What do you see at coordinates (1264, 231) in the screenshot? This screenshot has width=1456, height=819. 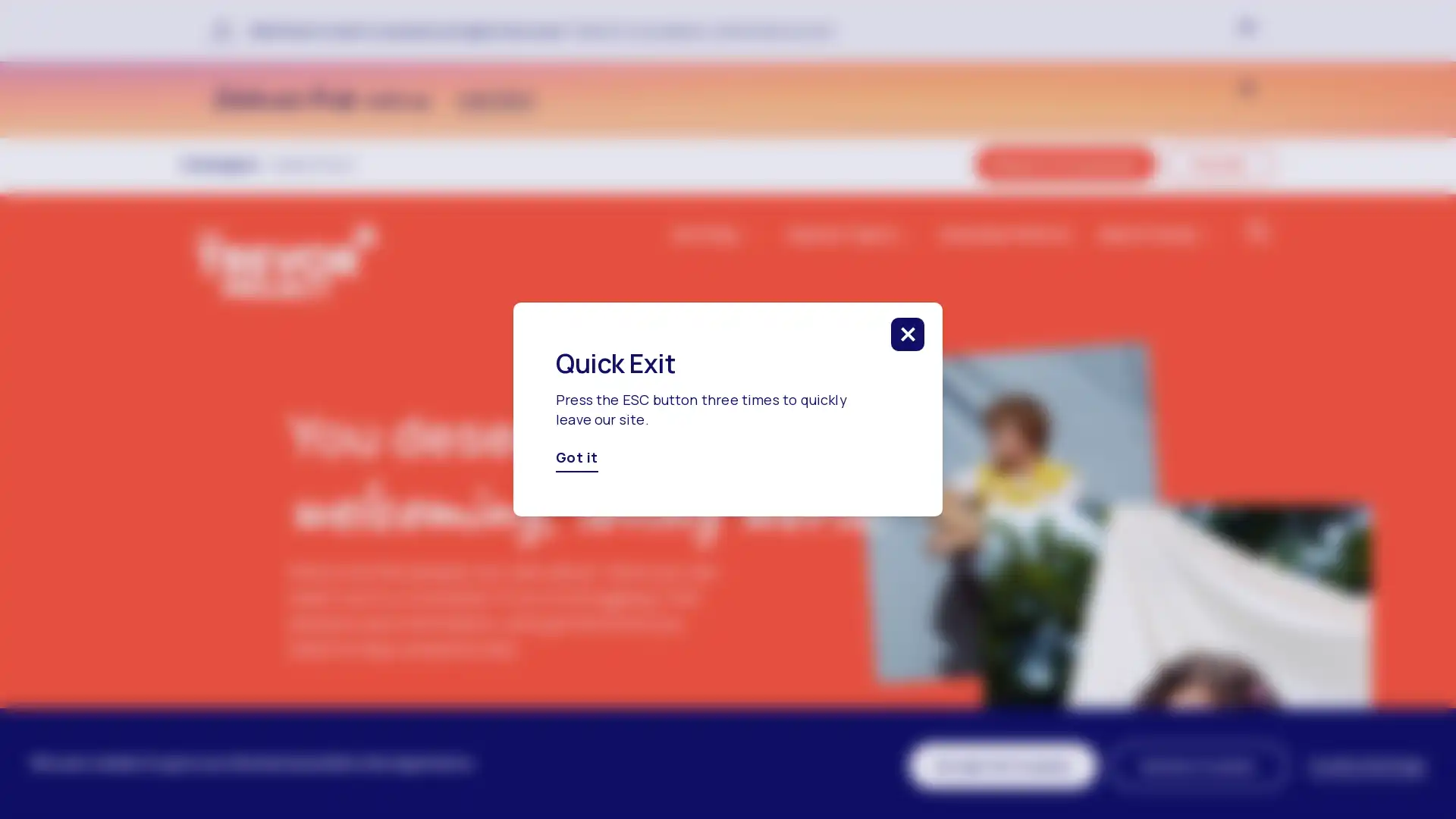 I see `click to search in the website` at bounding box center [1264, 231].